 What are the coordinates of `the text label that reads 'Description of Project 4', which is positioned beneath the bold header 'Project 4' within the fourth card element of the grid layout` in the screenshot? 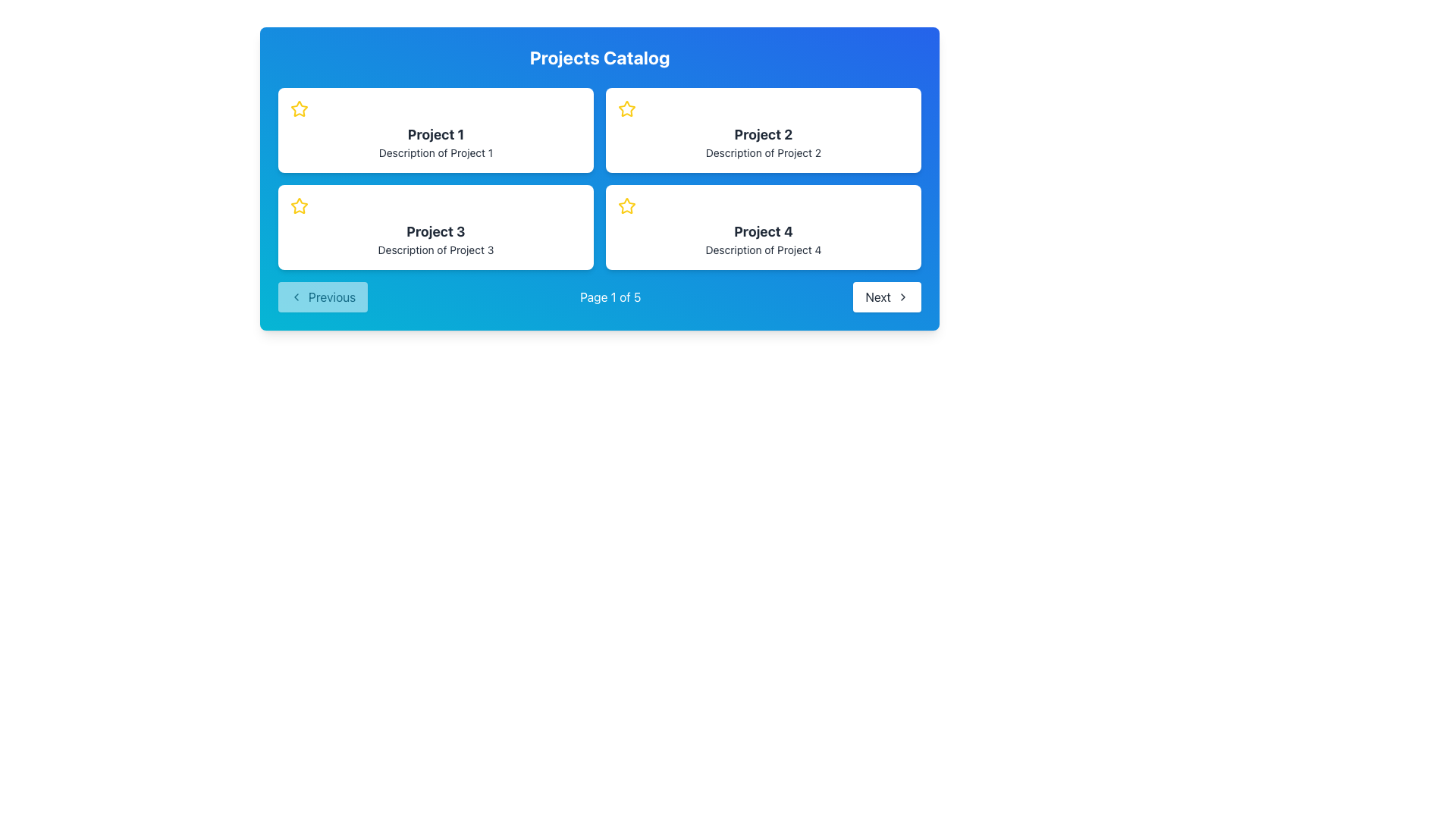 It's located at (764, 249).